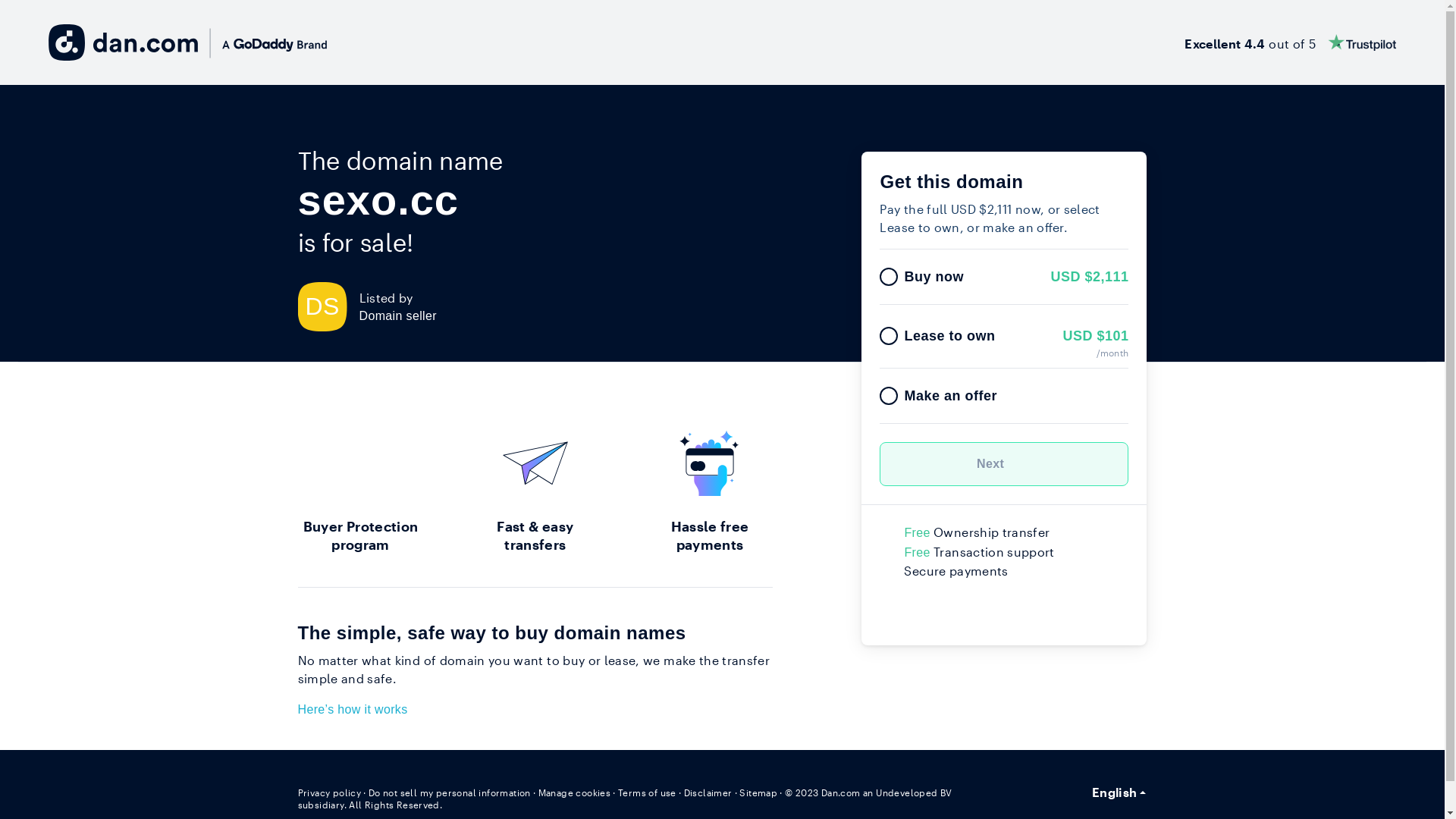 This screenshot has width=1456, height=819. What do you see at coordinates (1119, 792) in the screenshot?
I see `'English'` at bounding box center [1119, 792].